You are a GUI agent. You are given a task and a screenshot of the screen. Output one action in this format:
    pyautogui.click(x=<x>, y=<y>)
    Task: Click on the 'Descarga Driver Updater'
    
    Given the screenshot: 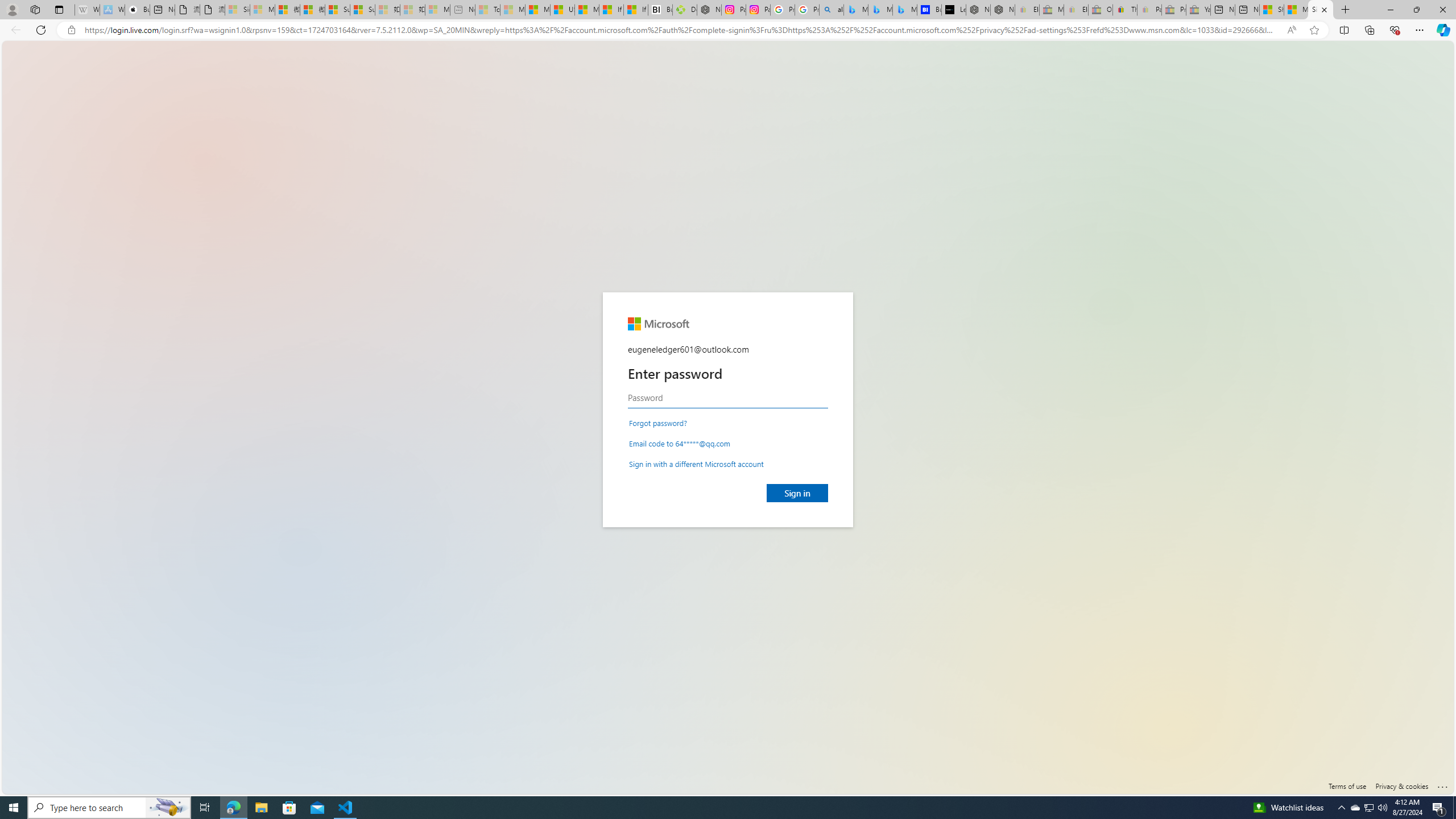 What is the action you would take?
    pyautogui.click(x=684, y=9)
    